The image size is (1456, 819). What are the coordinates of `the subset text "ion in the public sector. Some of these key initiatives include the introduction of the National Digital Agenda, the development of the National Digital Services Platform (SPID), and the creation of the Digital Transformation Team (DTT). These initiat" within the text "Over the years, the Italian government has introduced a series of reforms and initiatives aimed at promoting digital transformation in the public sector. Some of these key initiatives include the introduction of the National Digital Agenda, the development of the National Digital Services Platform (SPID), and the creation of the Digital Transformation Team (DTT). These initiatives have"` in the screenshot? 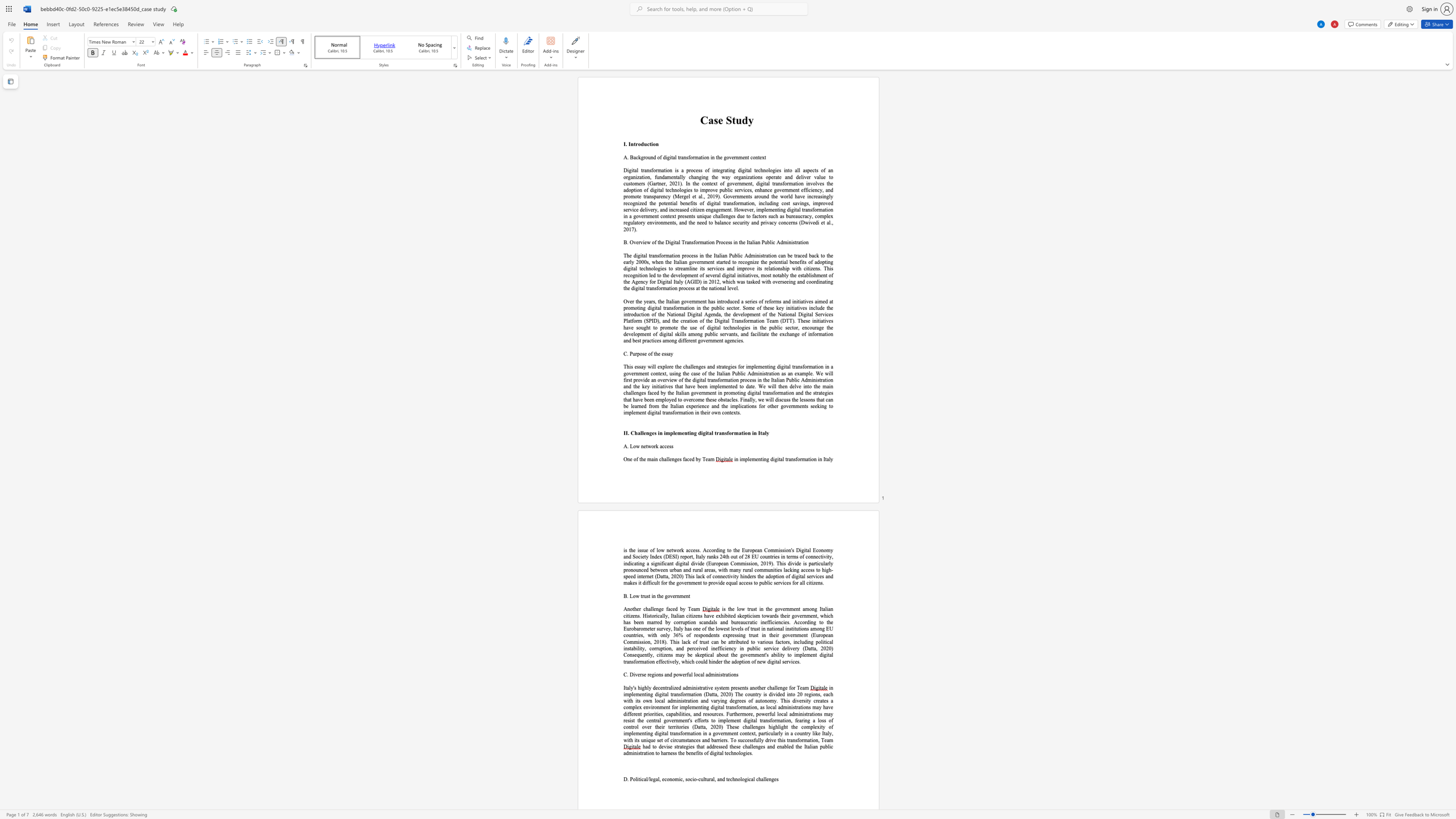 It's located at (687, 307).